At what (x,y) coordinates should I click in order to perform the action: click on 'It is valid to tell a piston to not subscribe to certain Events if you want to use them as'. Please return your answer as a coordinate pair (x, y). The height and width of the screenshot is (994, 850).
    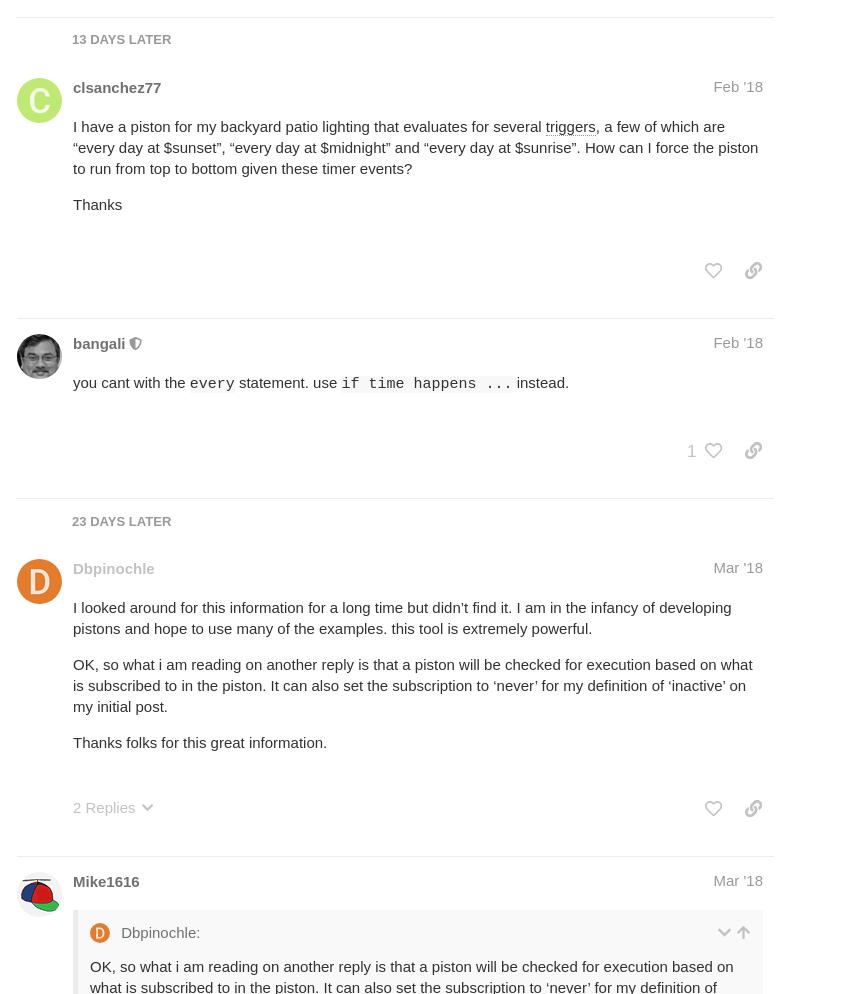
    Looking at the image, I should click on (353, 433).